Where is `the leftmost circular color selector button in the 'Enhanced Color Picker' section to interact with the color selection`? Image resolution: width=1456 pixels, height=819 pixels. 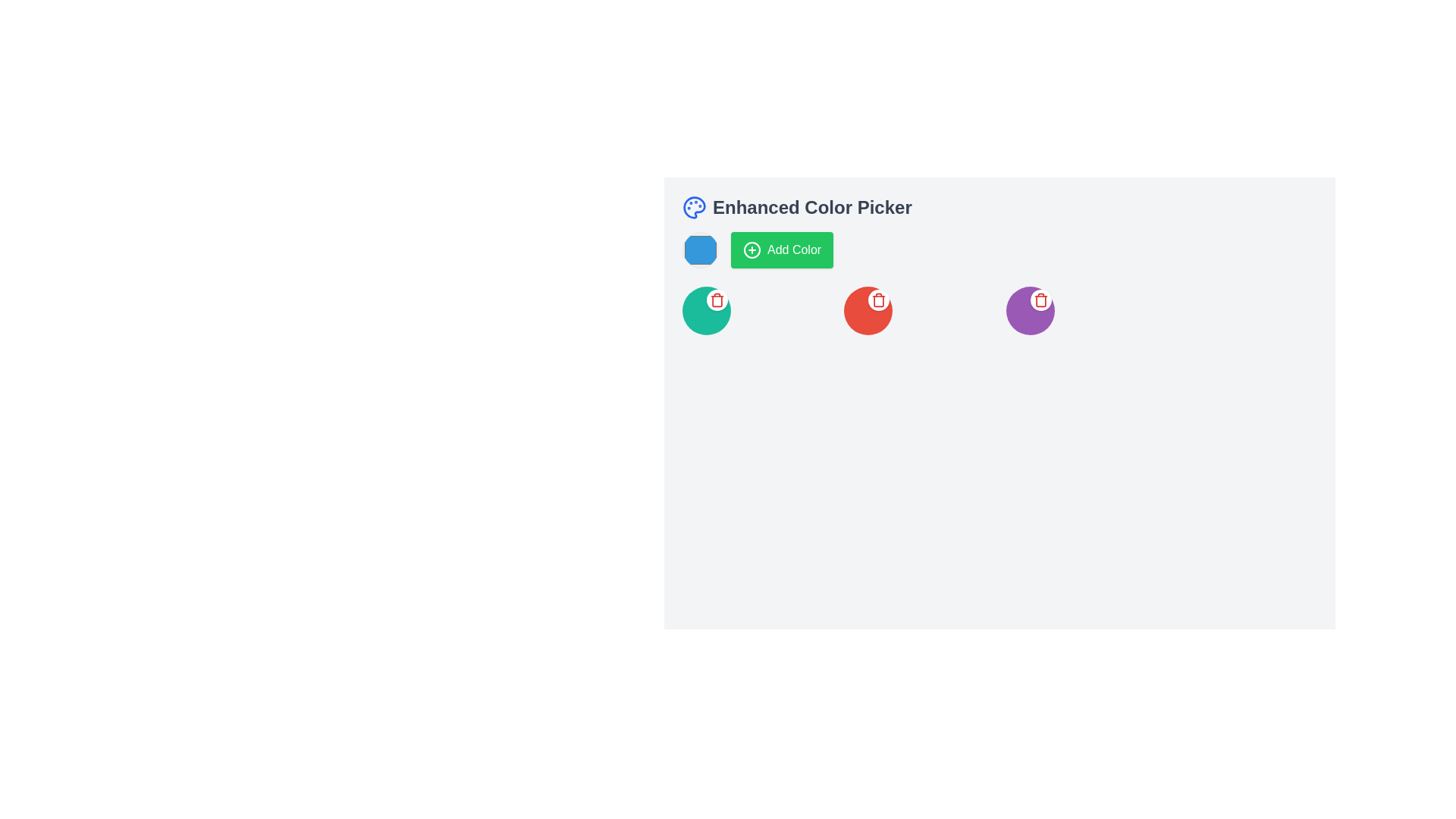
the leftmost circular color selector button in the 'Enhanced Color Picker' section to interact with the color selection is located at coordinates (700, 249).